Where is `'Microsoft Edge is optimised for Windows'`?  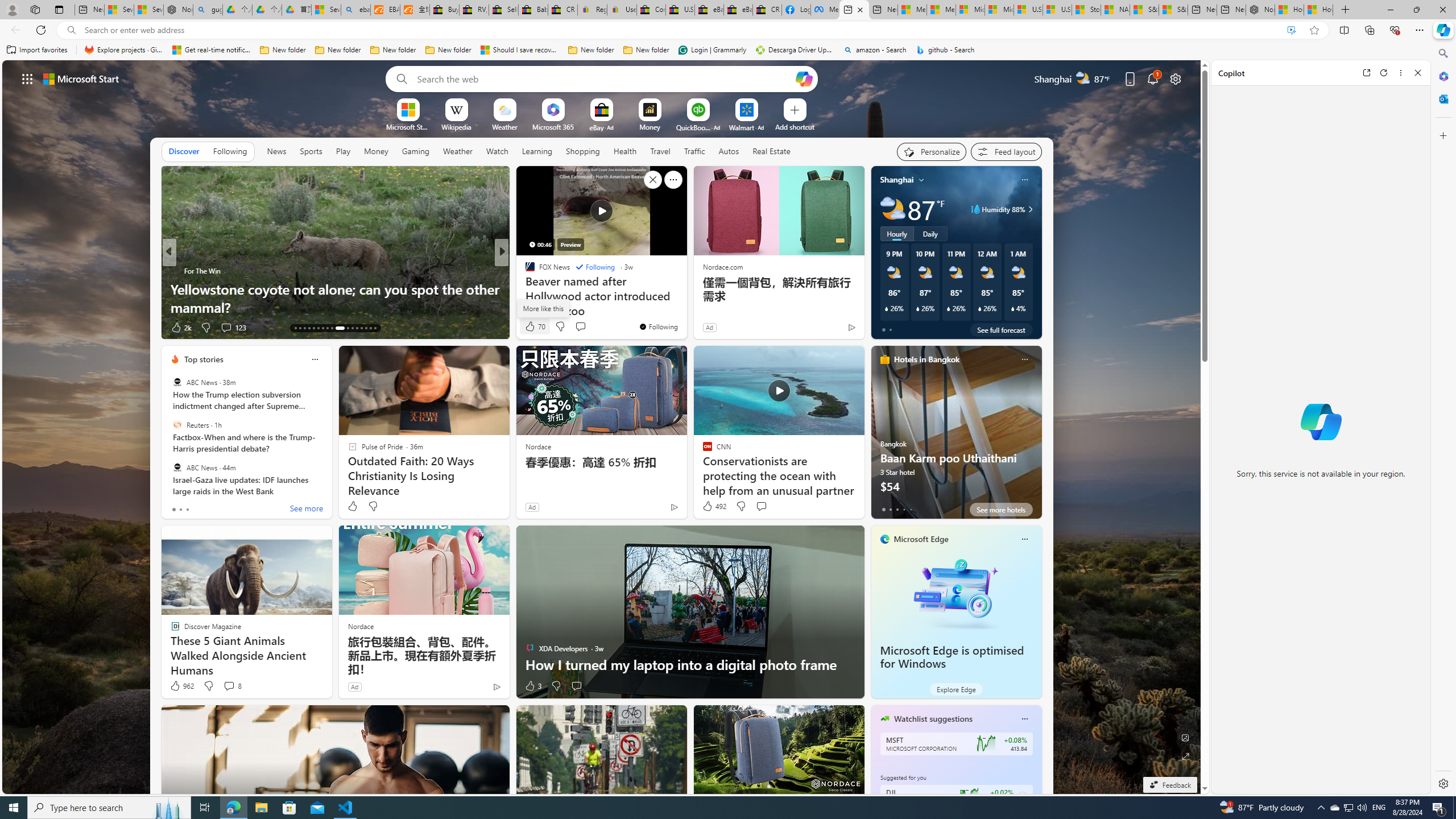 'Microsoft Edge is optimised for Windows' is located at coordinates (955, 592).